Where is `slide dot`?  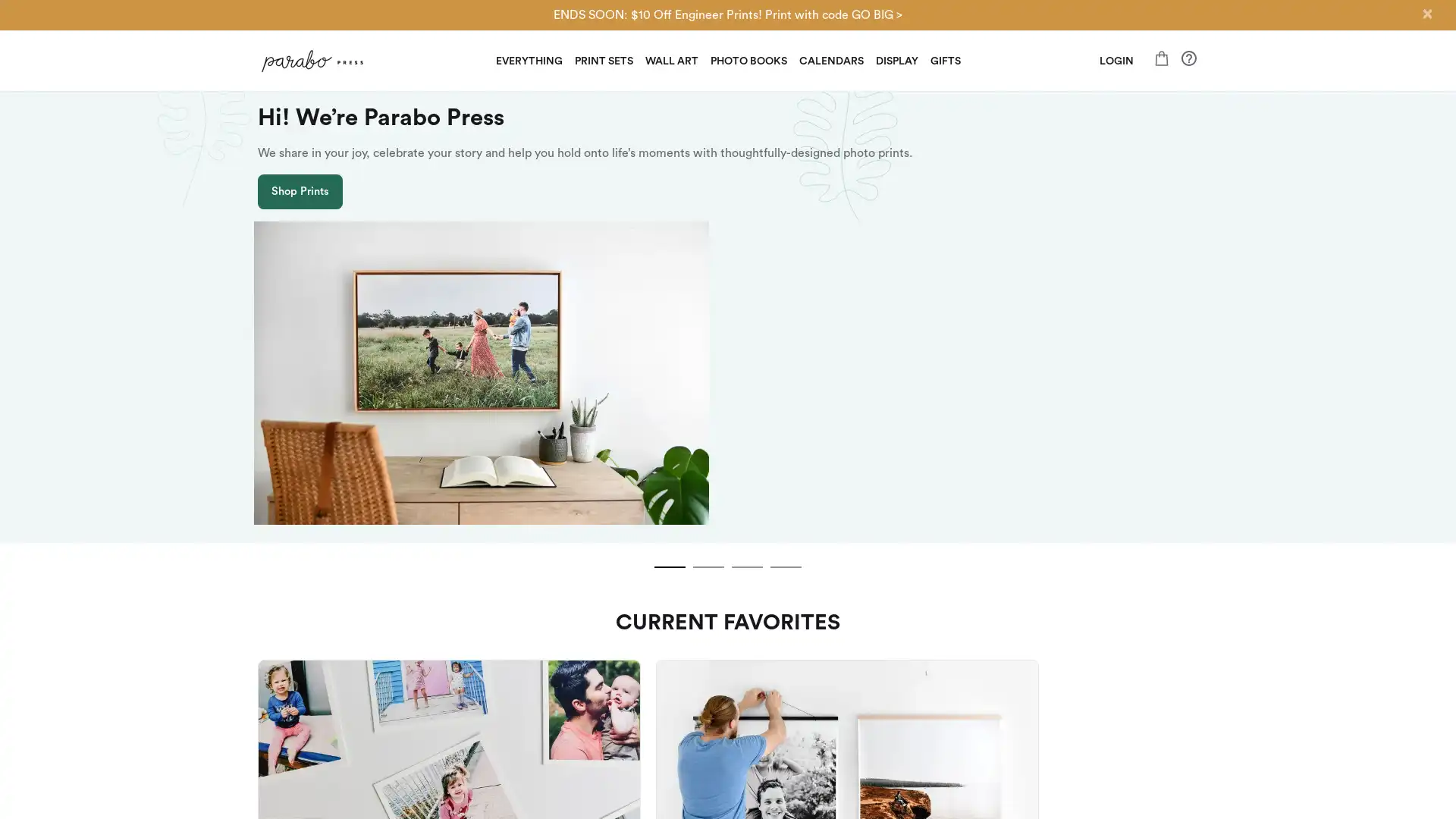 slide dot is located at coordinates (659, 419).